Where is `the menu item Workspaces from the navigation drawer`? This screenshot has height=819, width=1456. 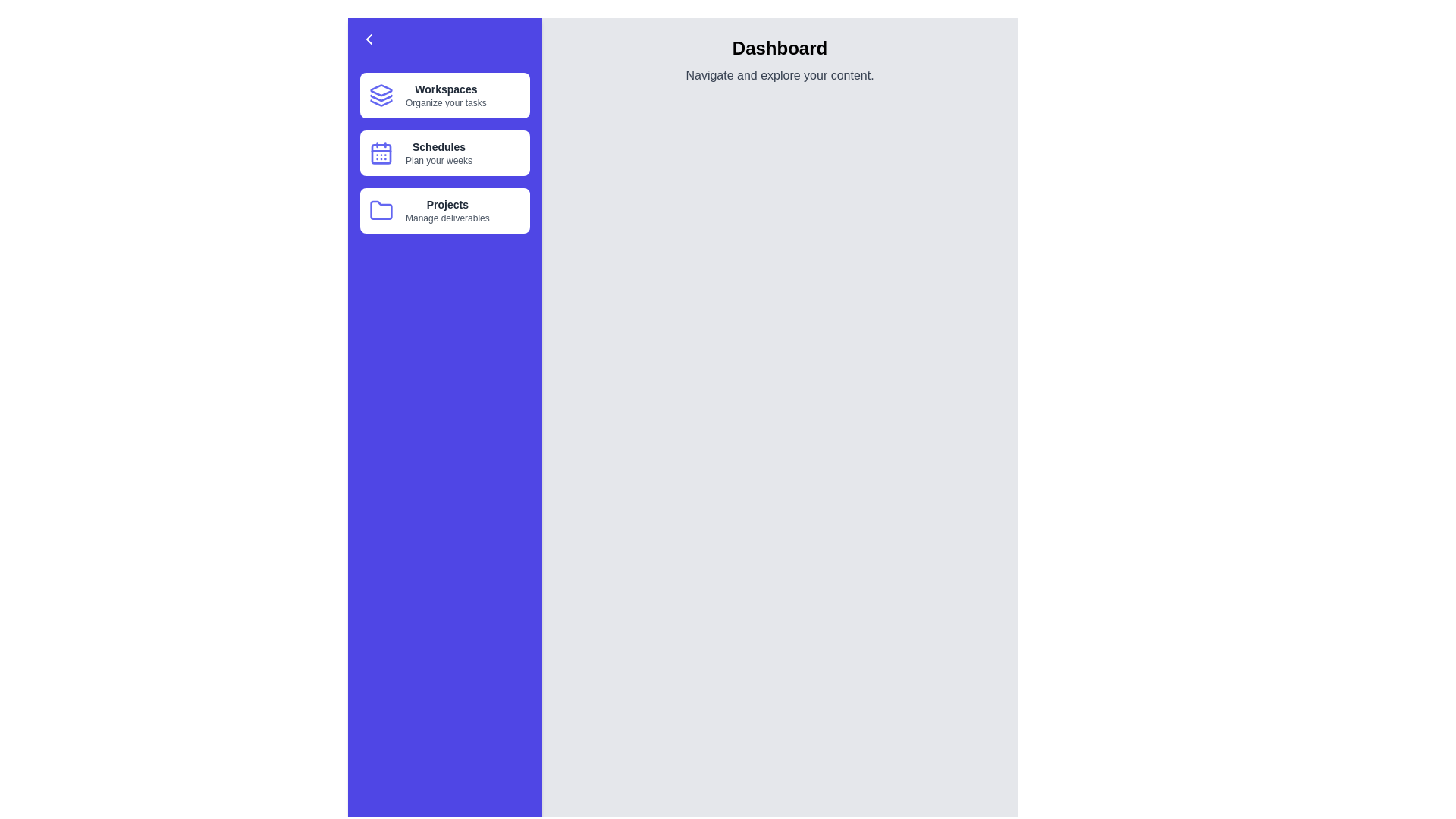
the menu item Workspaces from the navigation drawer is located at coordinates (444, 96).